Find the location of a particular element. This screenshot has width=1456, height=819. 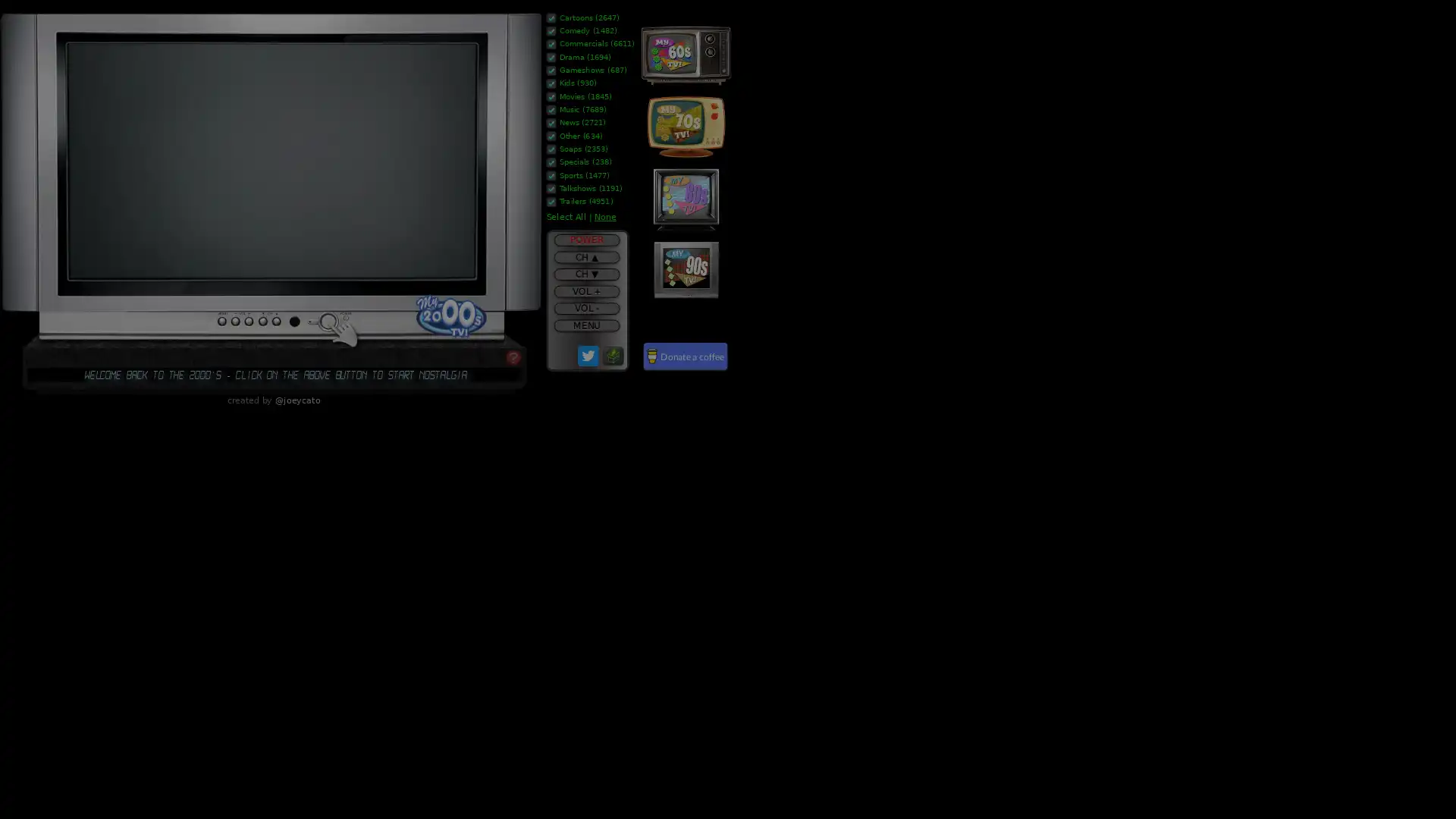

VOL + is located at coordinates (585, 291).